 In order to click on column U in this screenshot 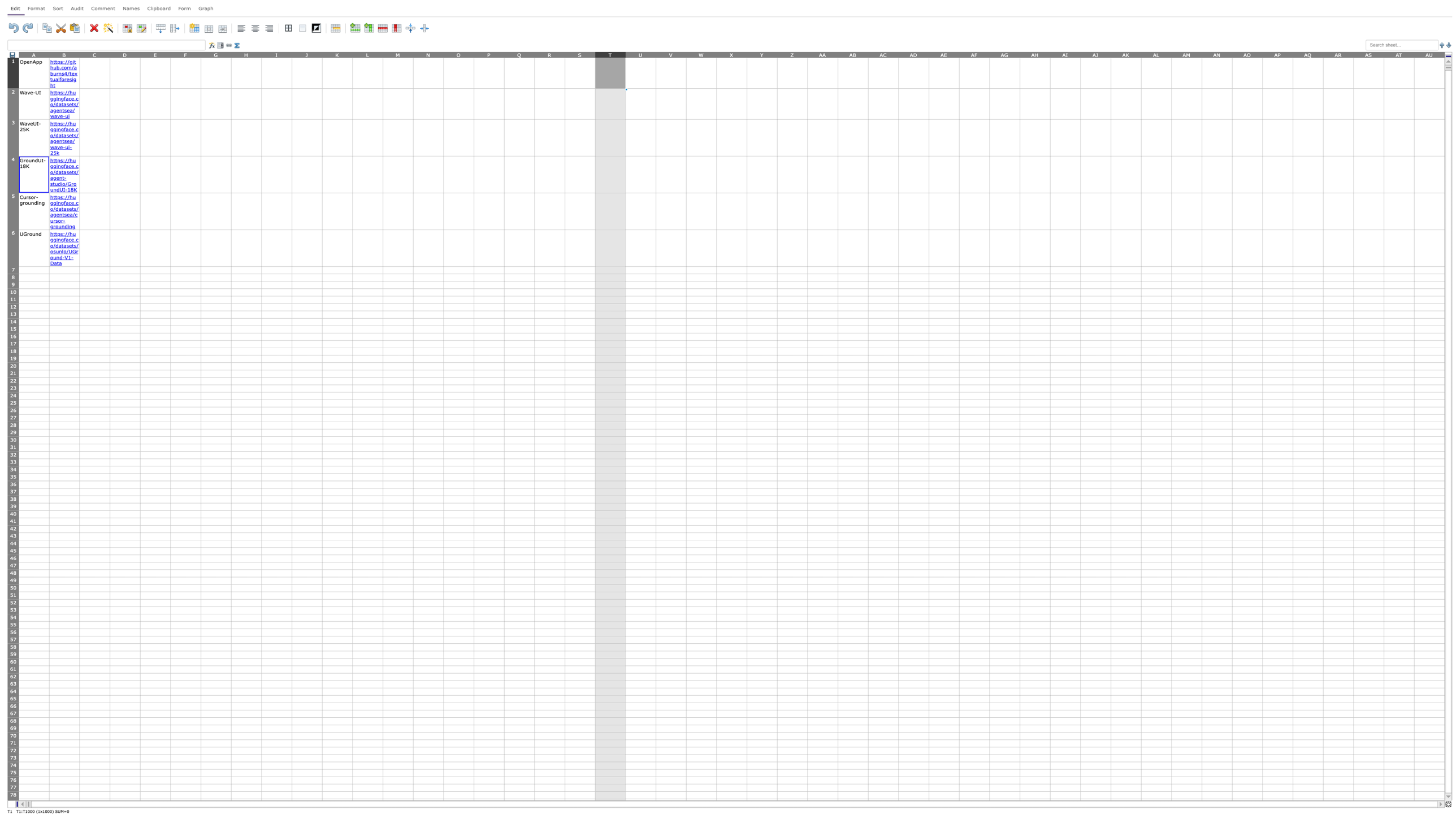, I will do `click(640, 54)`.